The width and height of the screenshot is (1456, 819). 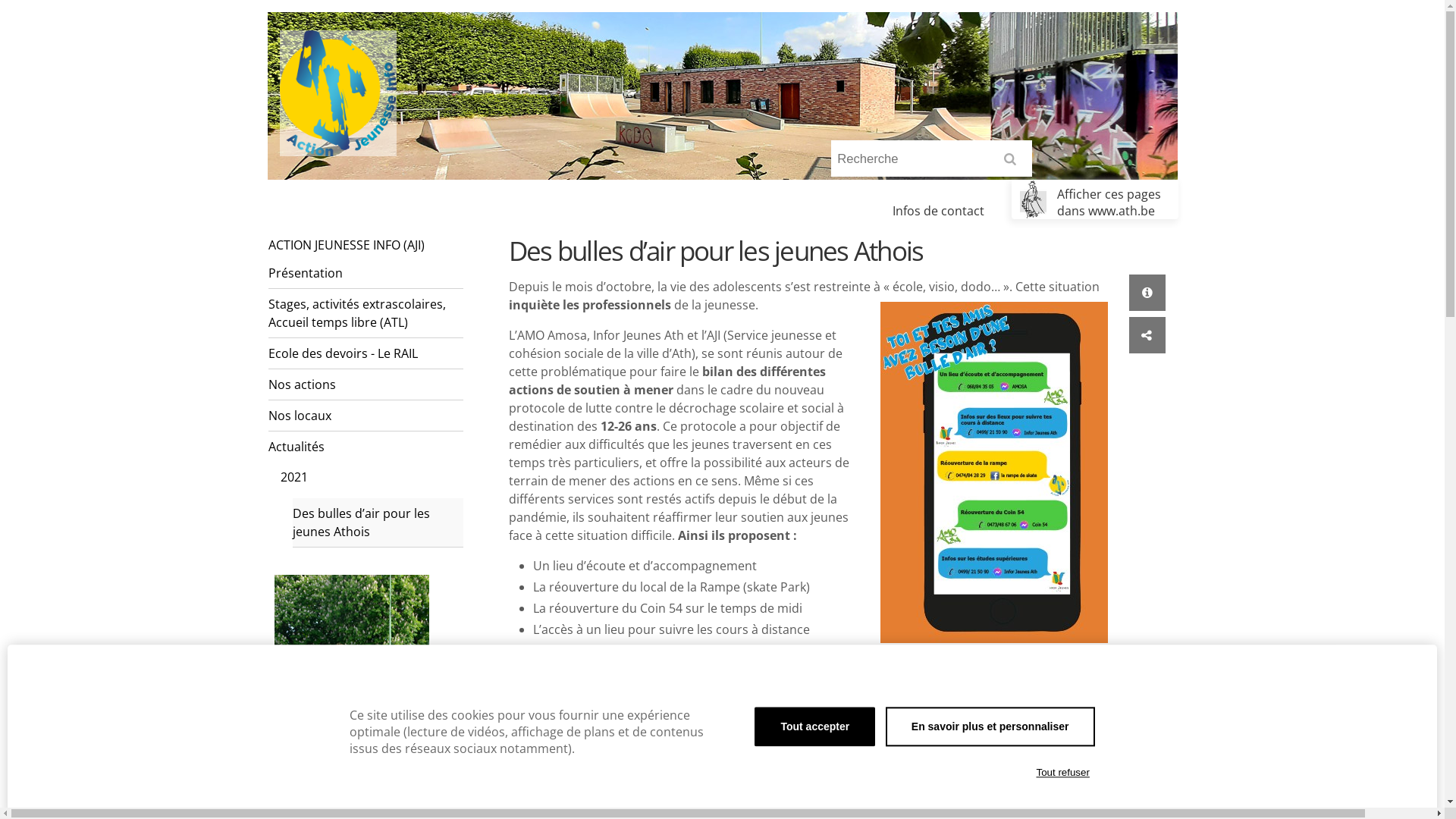 I want to click on 'Rechercher', so click(x=1013, y=164).